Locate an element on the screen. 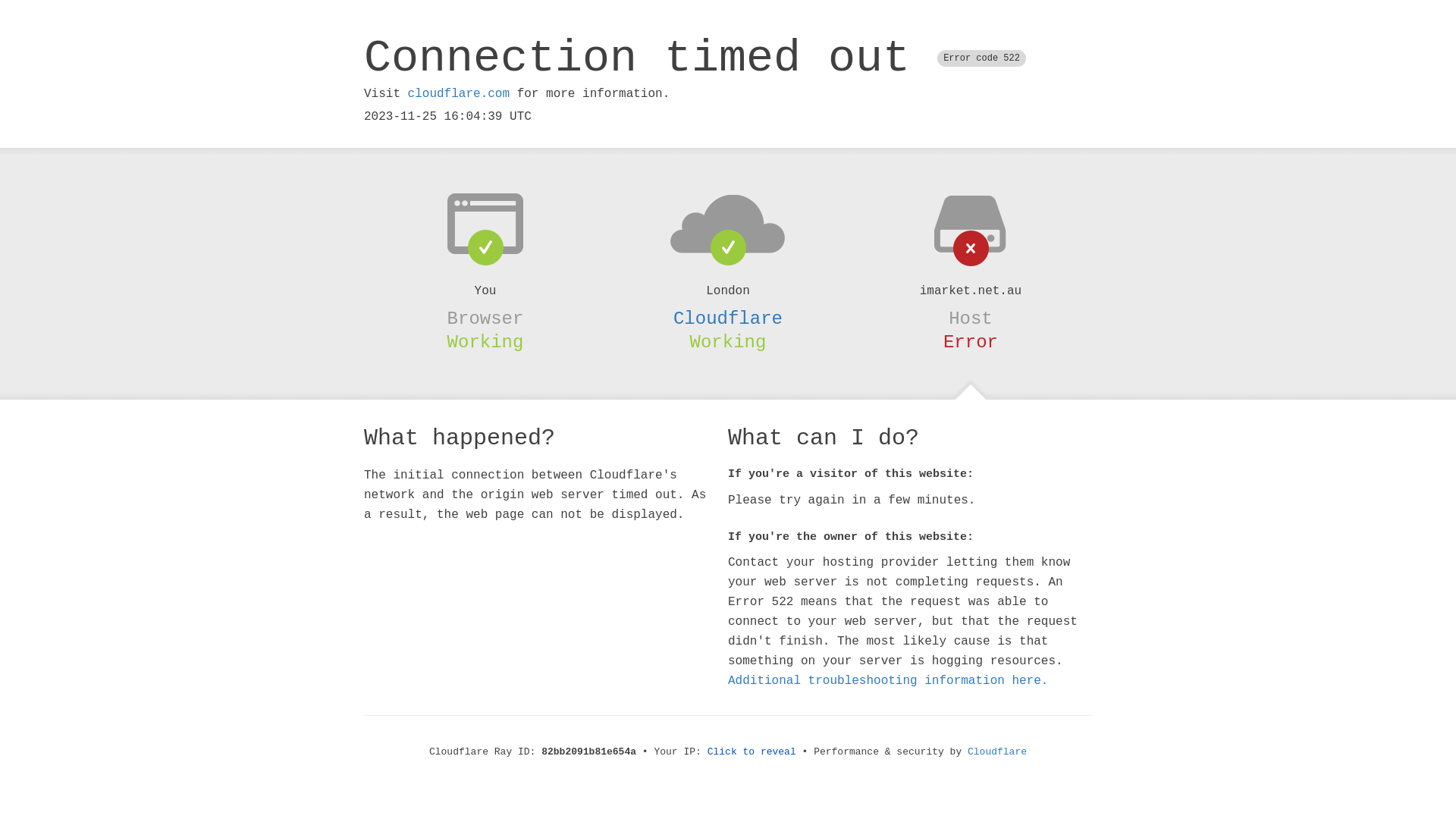 Image resolution: width=1456 pixels, height=819 pixels. 'Additional troubleshooting information here.' is located at coordinates (888, 680).